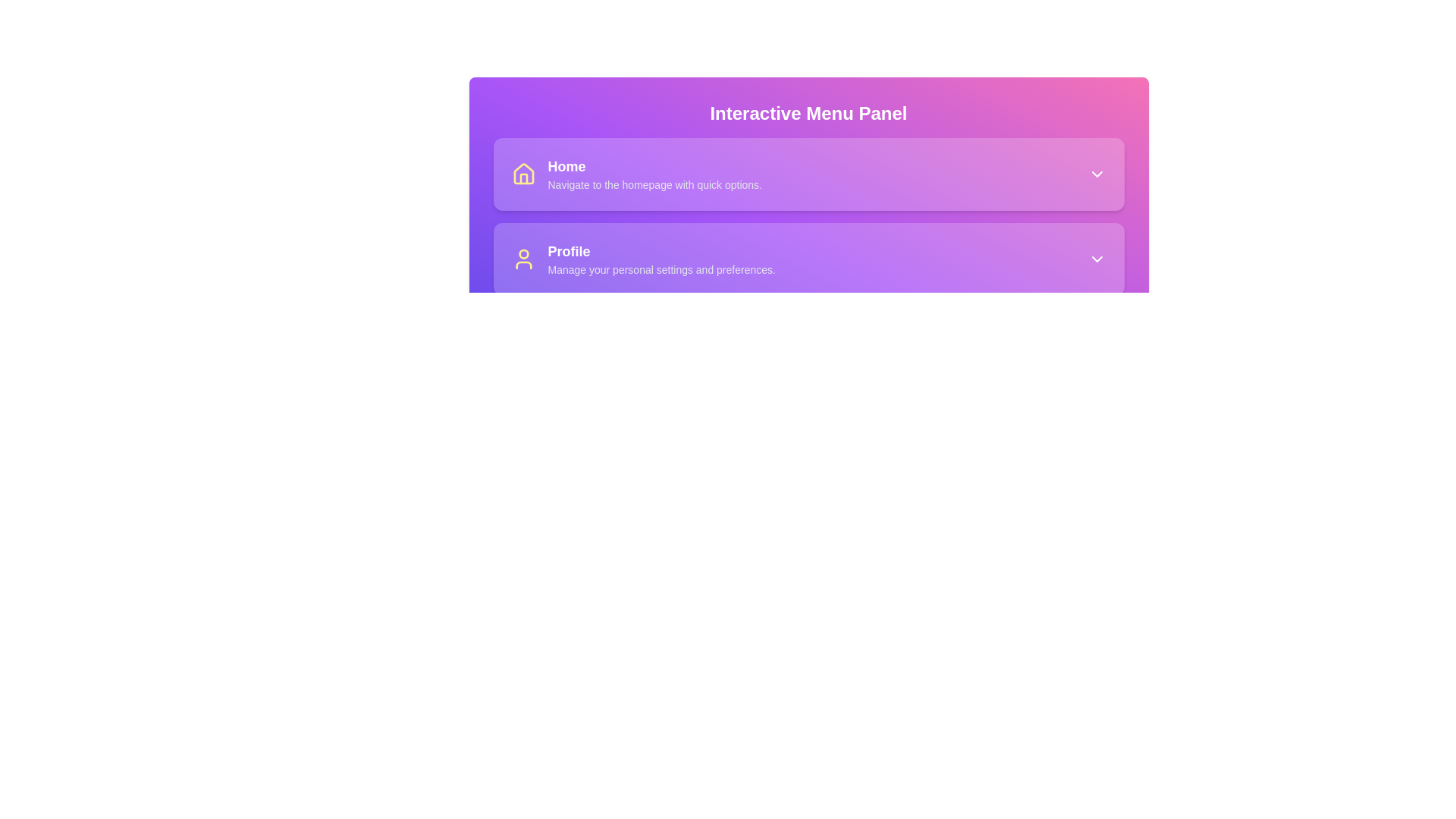 This screenshot has width=1456, height=819. What do you see at coordinates (643, 259) in the screenshot?
I see `the Profile navigation list item located in the sidebar menu` at bounding box center [643, 259].